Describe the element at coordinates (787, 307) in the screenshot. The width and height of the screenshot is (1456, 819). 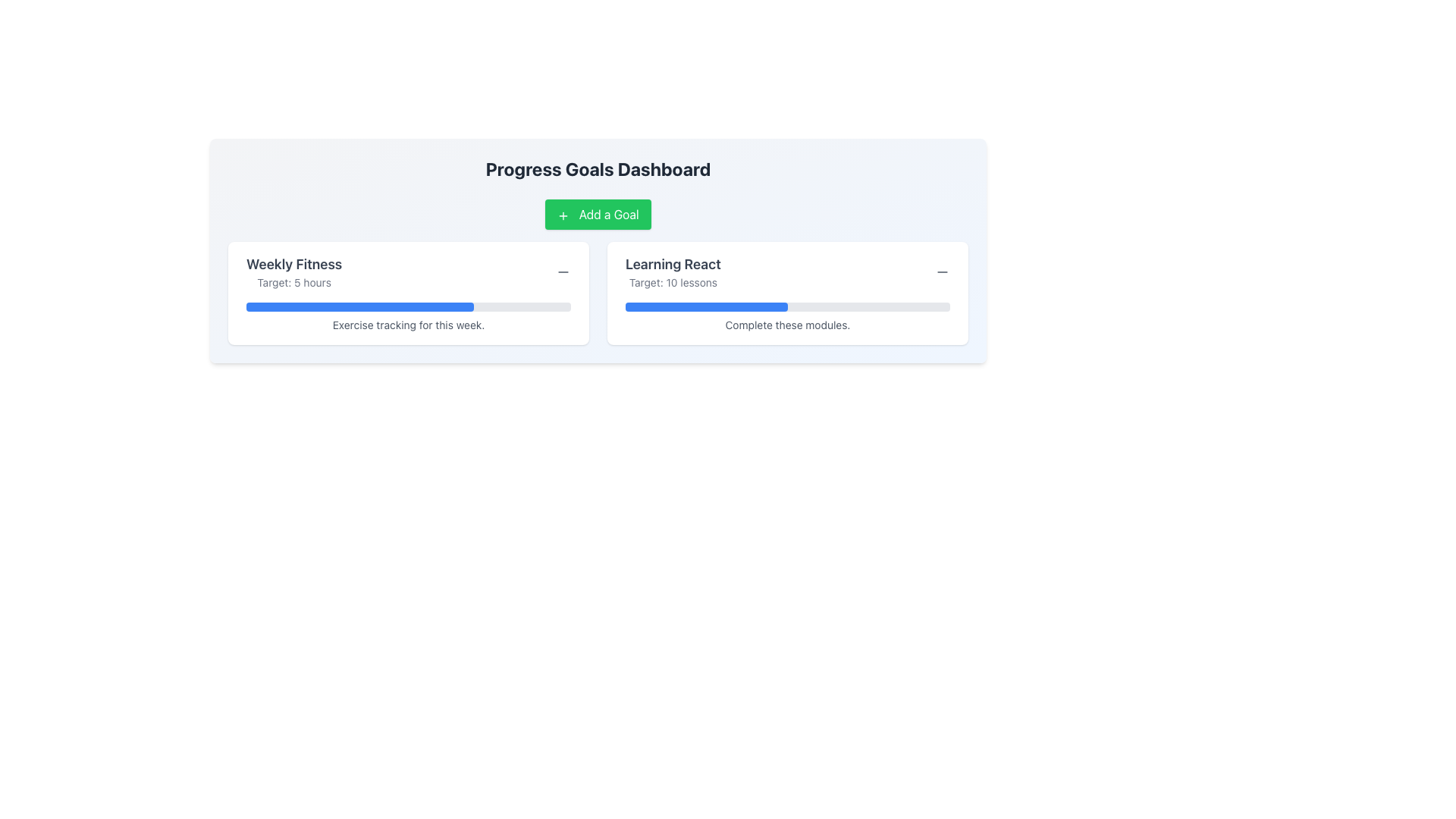
I see `the progress bar located beneath the text 'Target: 10 lessons' and above 'Complete these modules' in the 'Learning React' card` at that location.